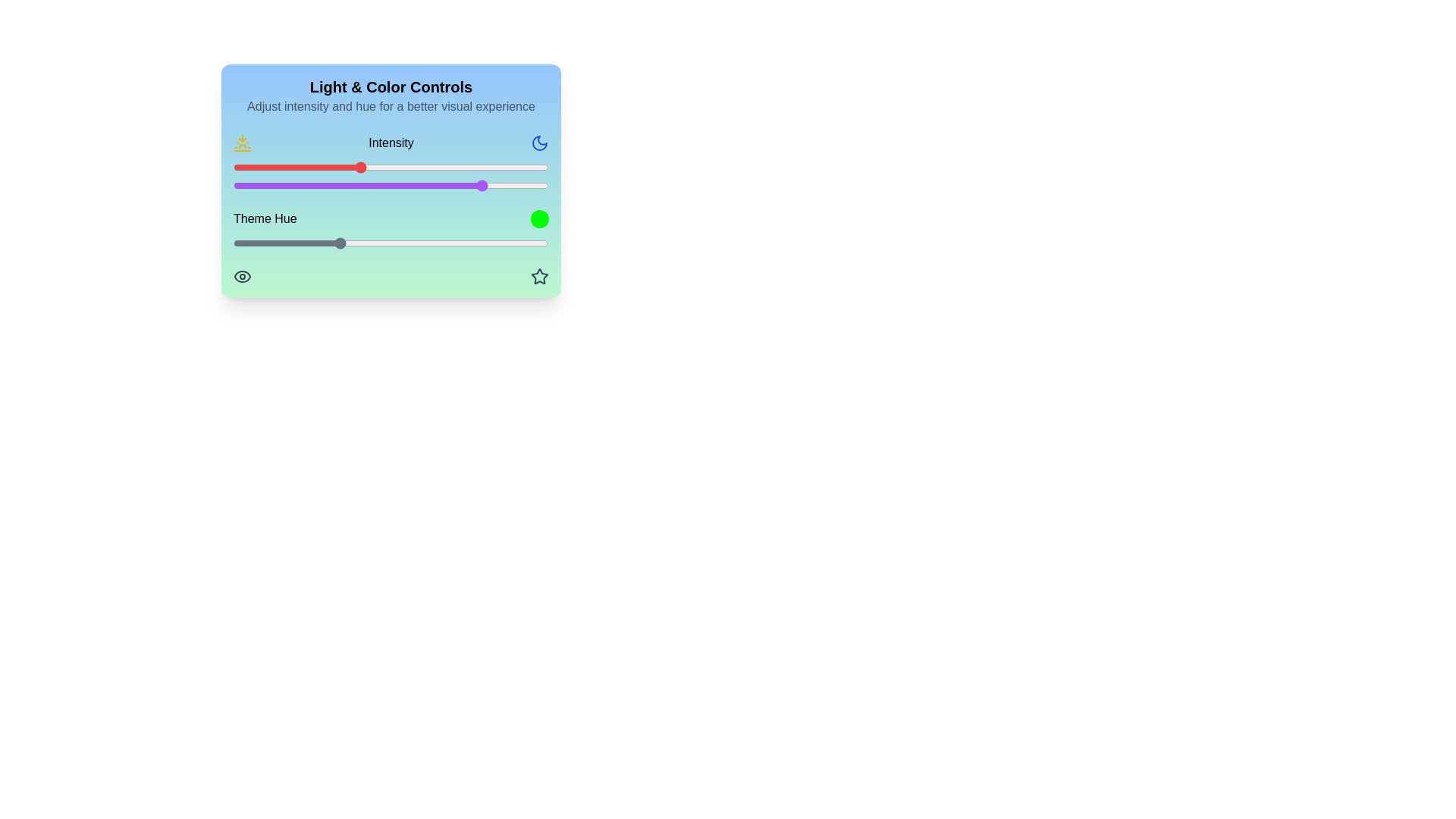 This screenshot has width=1456, height=819. I want to click on the theme hue, so click(507, 242).